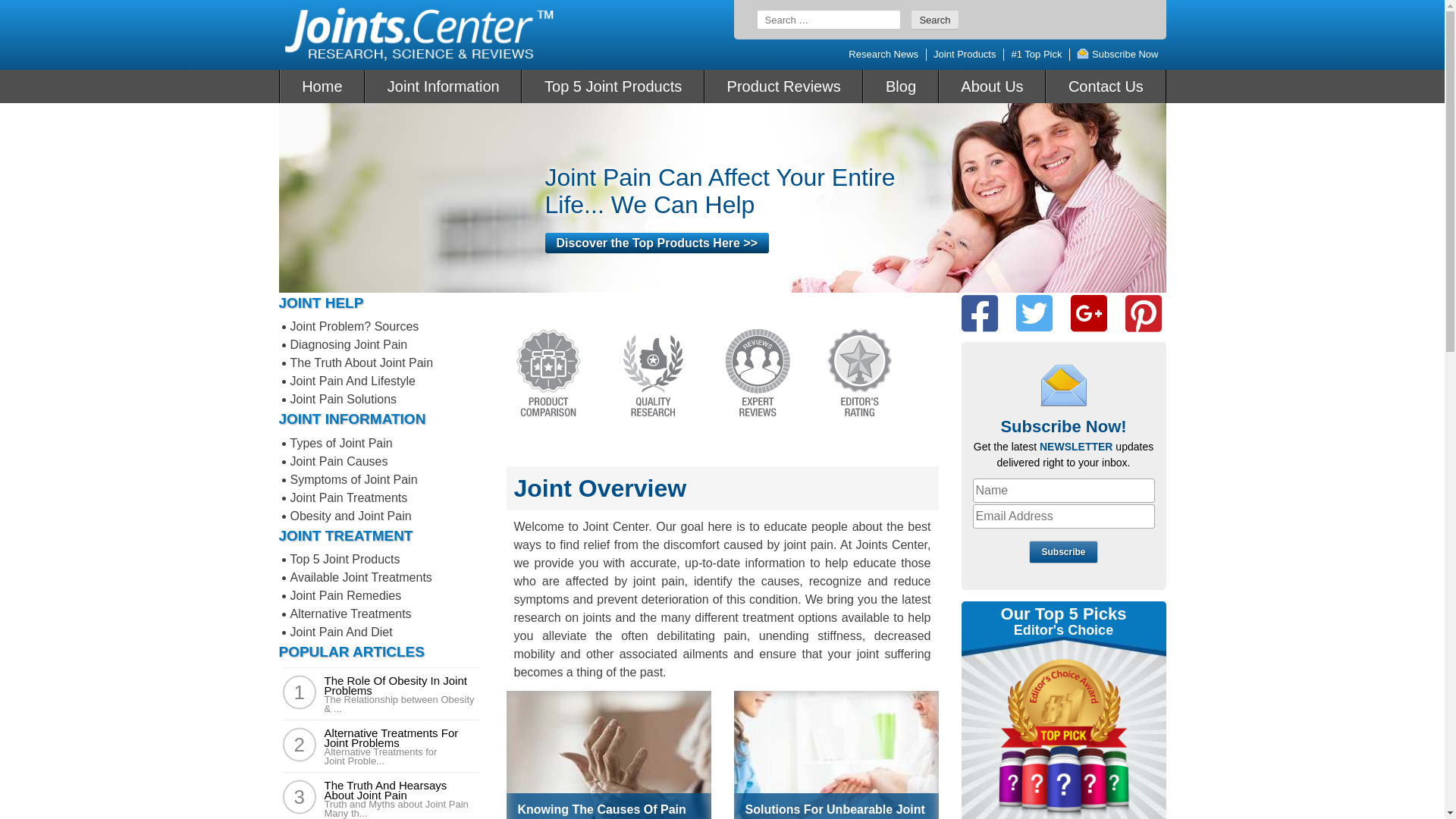  Describe the element at coordinates (344, 559) in the screenshot. I see `'Top 5 Joint Products'` at that location.